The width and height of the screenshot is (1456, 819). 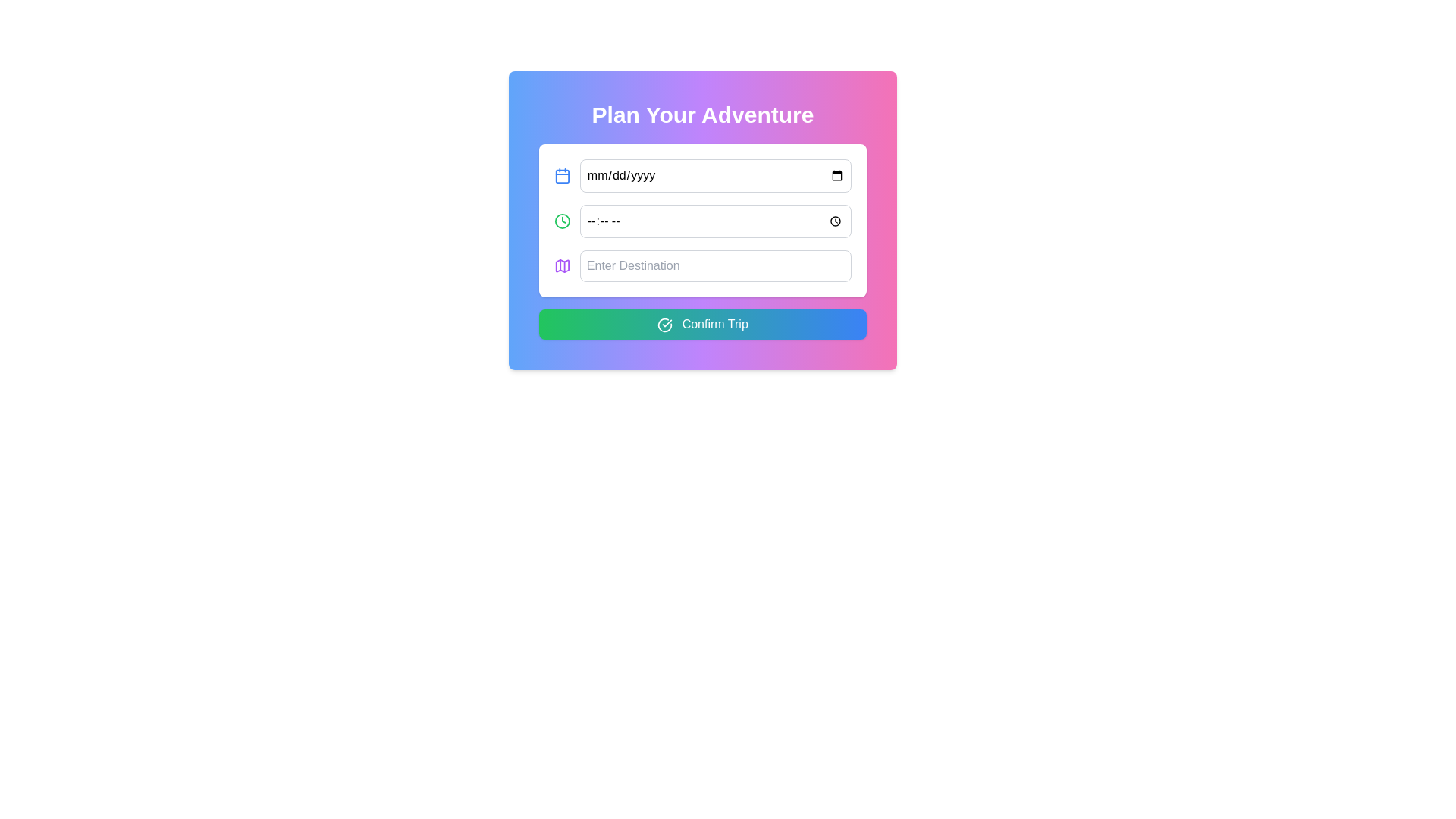 I want to click on the clock icon located to the left side of the time entry input field, which visually indicates the association with time entry, so click(x=561, y=221).